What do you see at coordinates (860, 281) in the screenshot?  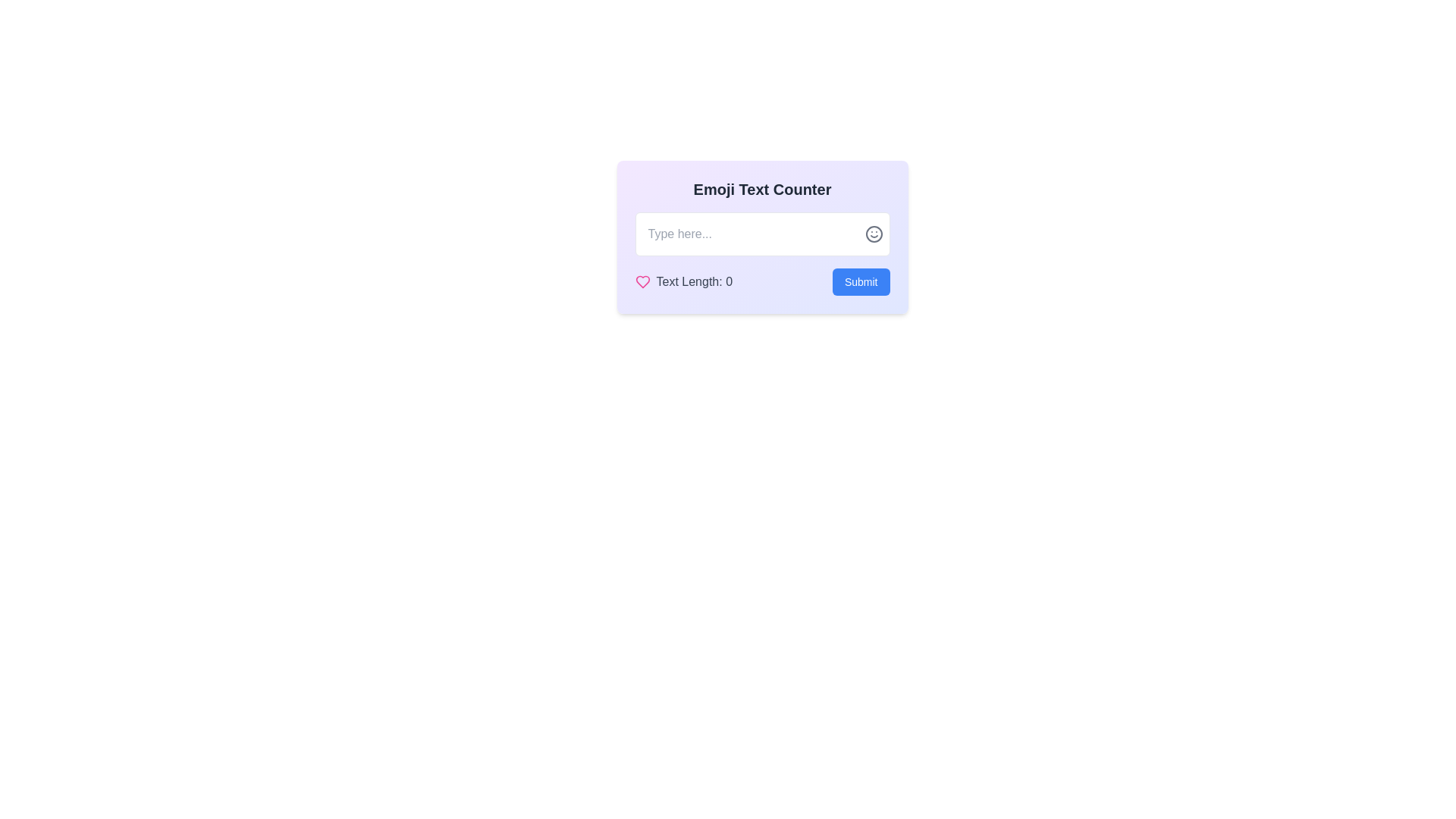 I see `the 'Submit' button, which is a rectangular button with white text on a blue background, located at the rightmost end of a horizontal grouping following the 'Text Length: 0' label` at bounding box center [860, 281].